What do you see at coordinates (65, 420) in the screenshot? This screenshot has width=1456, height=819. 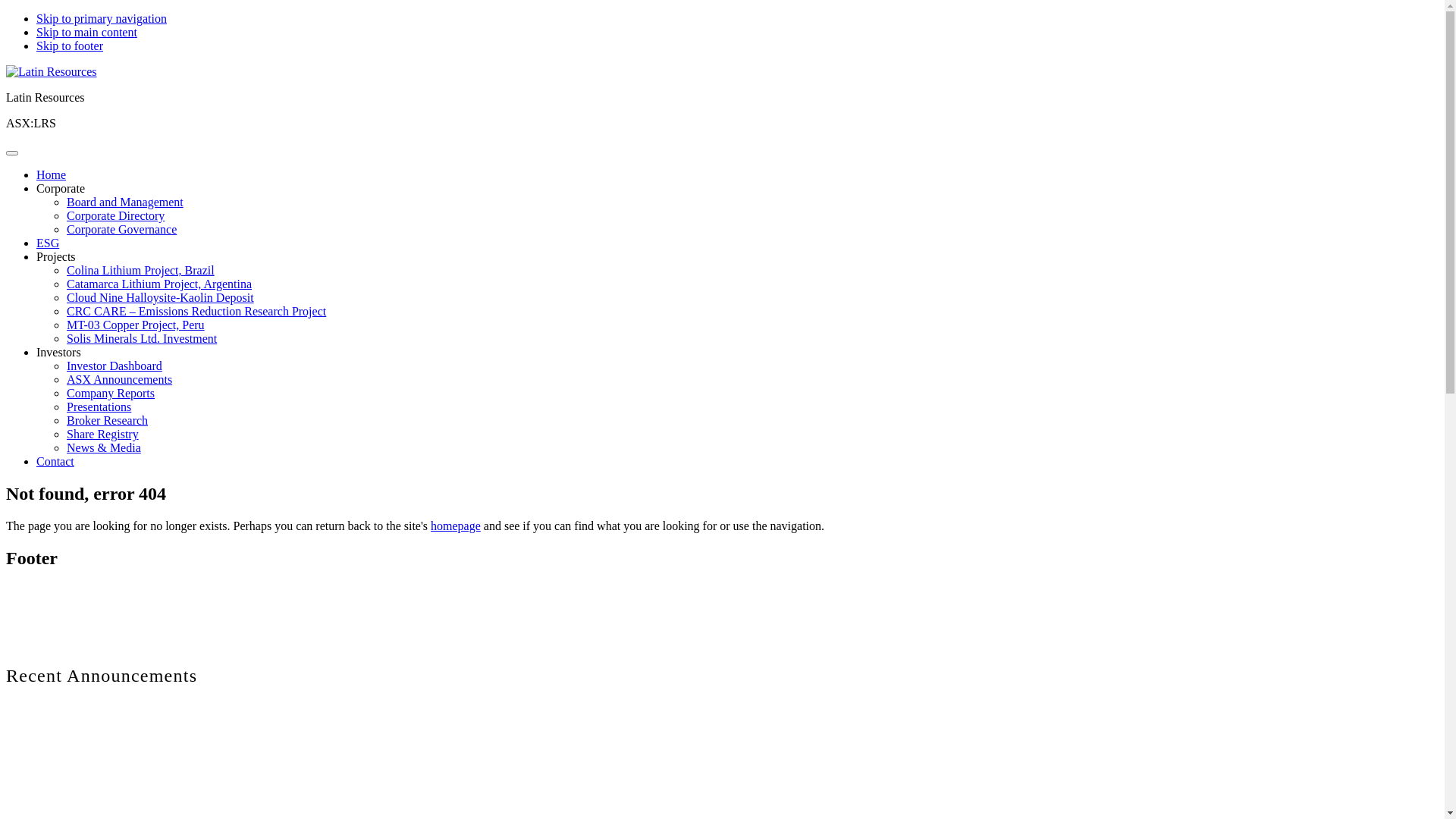 I see `'Broker Research'` at bounding box center [65, 420].